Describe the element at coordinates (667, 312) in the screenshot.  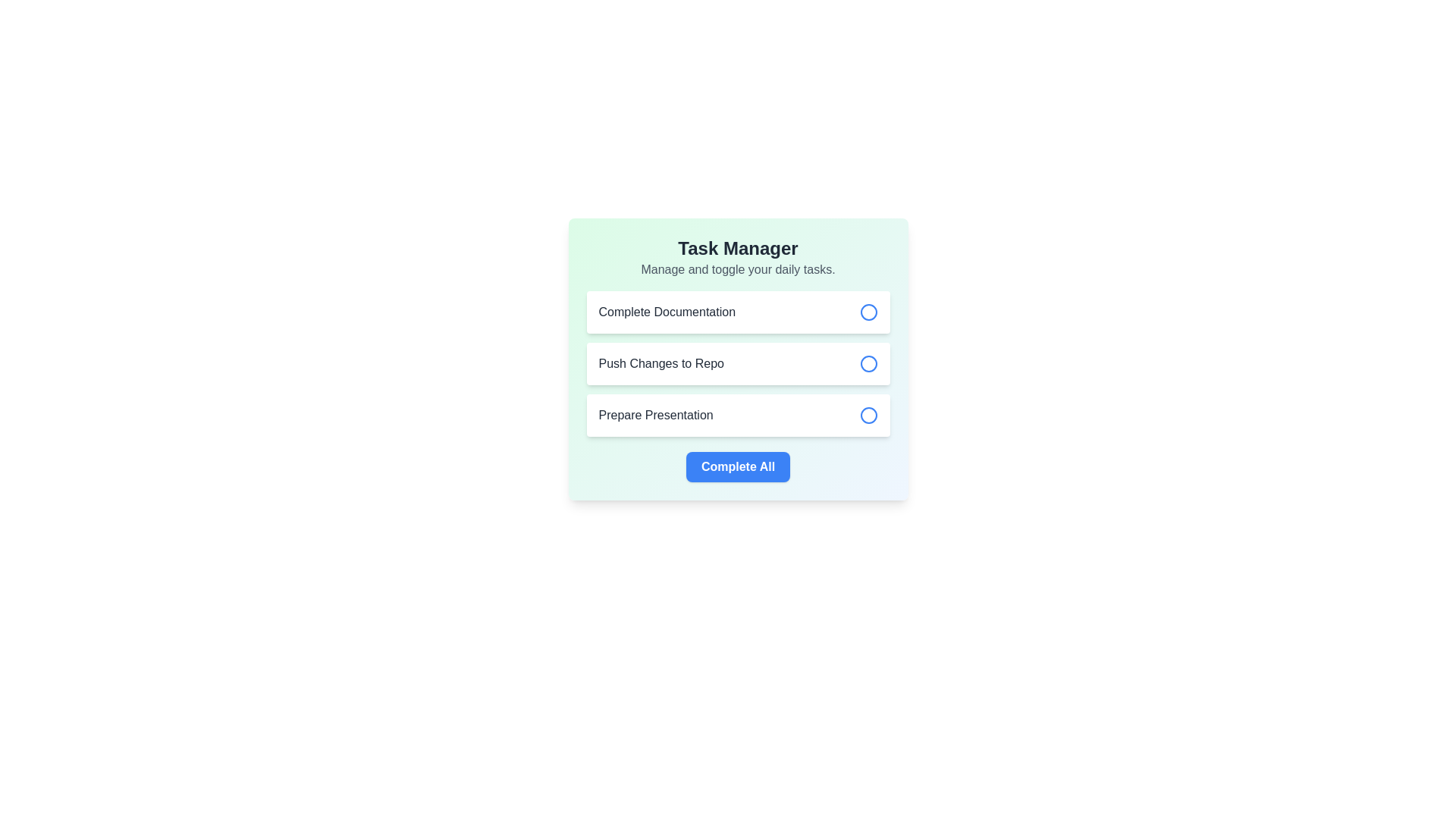
I see `the text label displaying 'Complete Documentation' which is styled in dark gray within a white card in the task list interface` at that location.